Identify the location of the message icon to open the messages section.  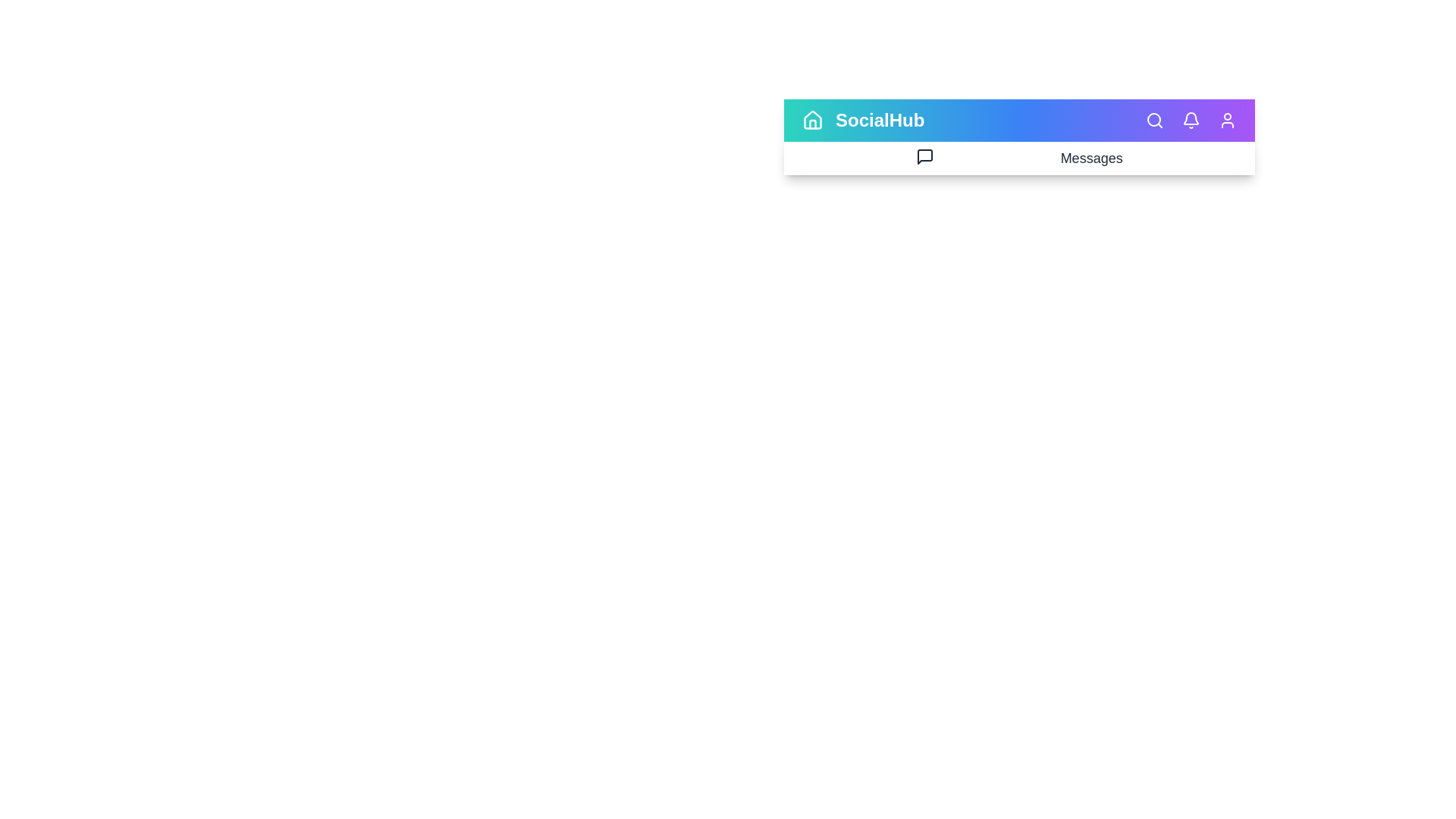
(924, 157).